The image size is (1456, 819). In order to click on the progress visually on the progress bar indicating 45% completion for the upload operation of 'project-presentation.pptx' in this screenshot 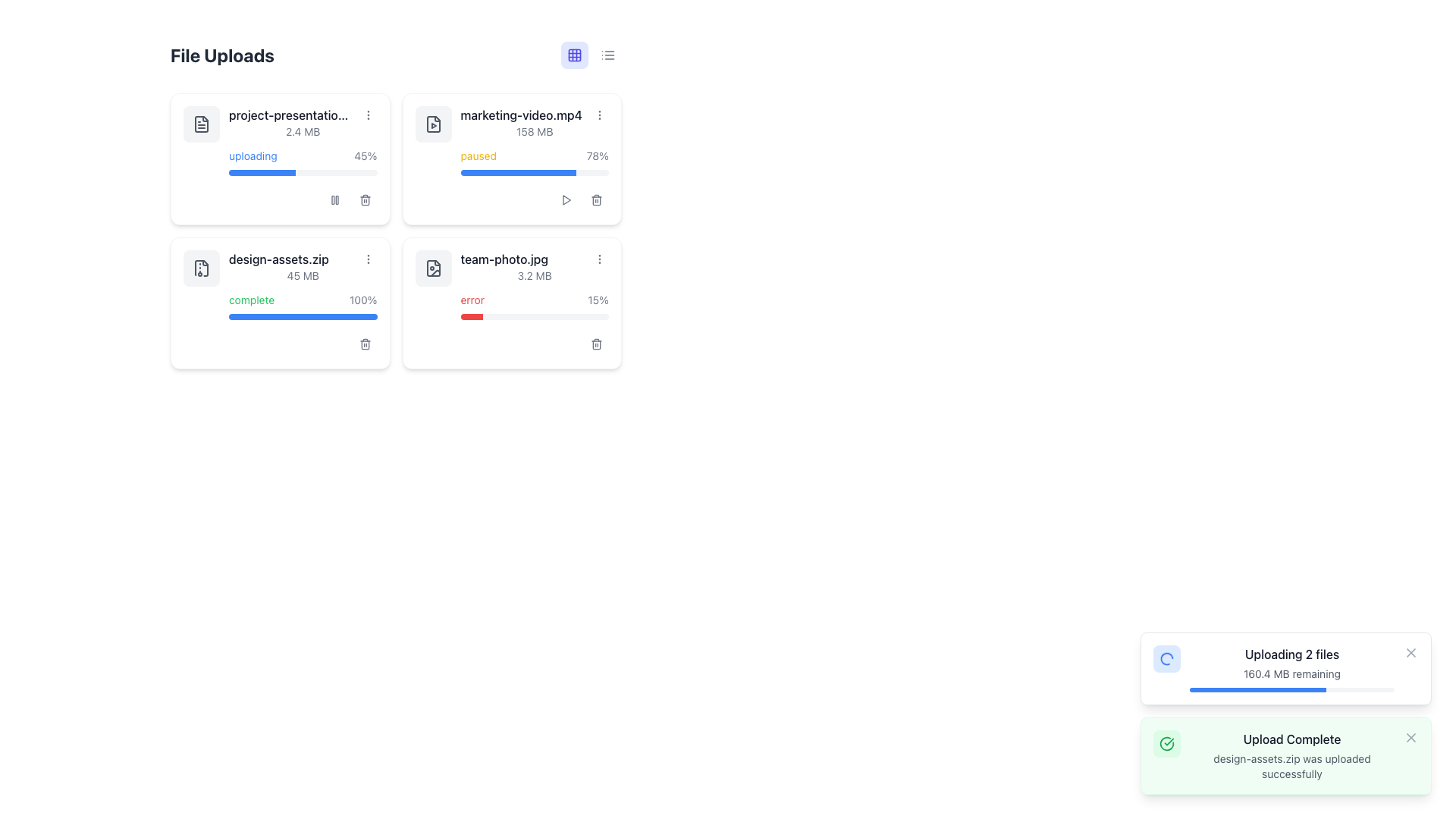, I will do `click(303, 162)`.